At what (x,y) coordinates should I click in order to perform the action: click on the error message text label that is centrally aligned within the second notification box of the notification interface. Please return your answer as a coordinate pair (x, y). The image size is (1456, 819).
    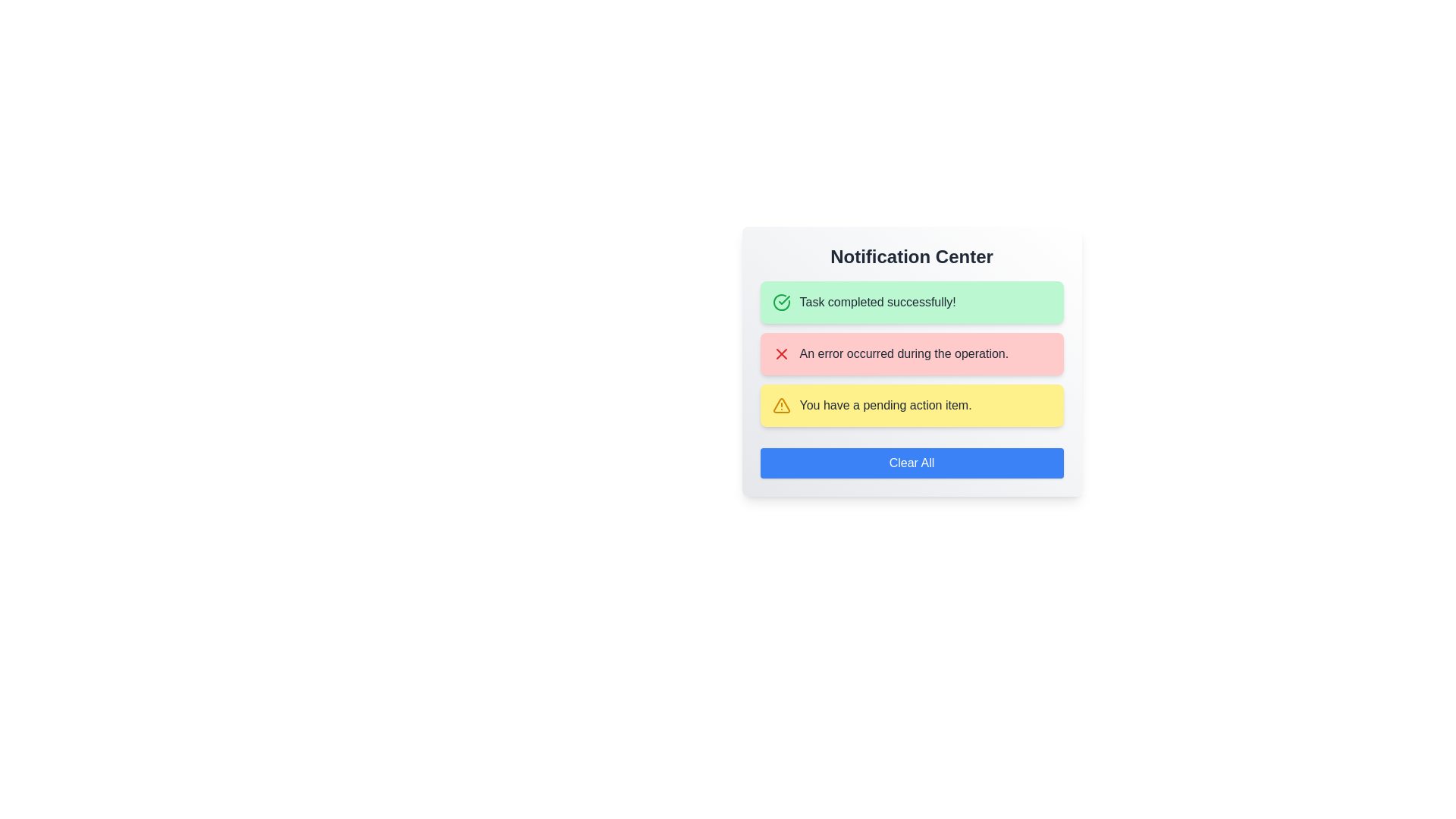
    Looking at the image, I should click on (904, 353).